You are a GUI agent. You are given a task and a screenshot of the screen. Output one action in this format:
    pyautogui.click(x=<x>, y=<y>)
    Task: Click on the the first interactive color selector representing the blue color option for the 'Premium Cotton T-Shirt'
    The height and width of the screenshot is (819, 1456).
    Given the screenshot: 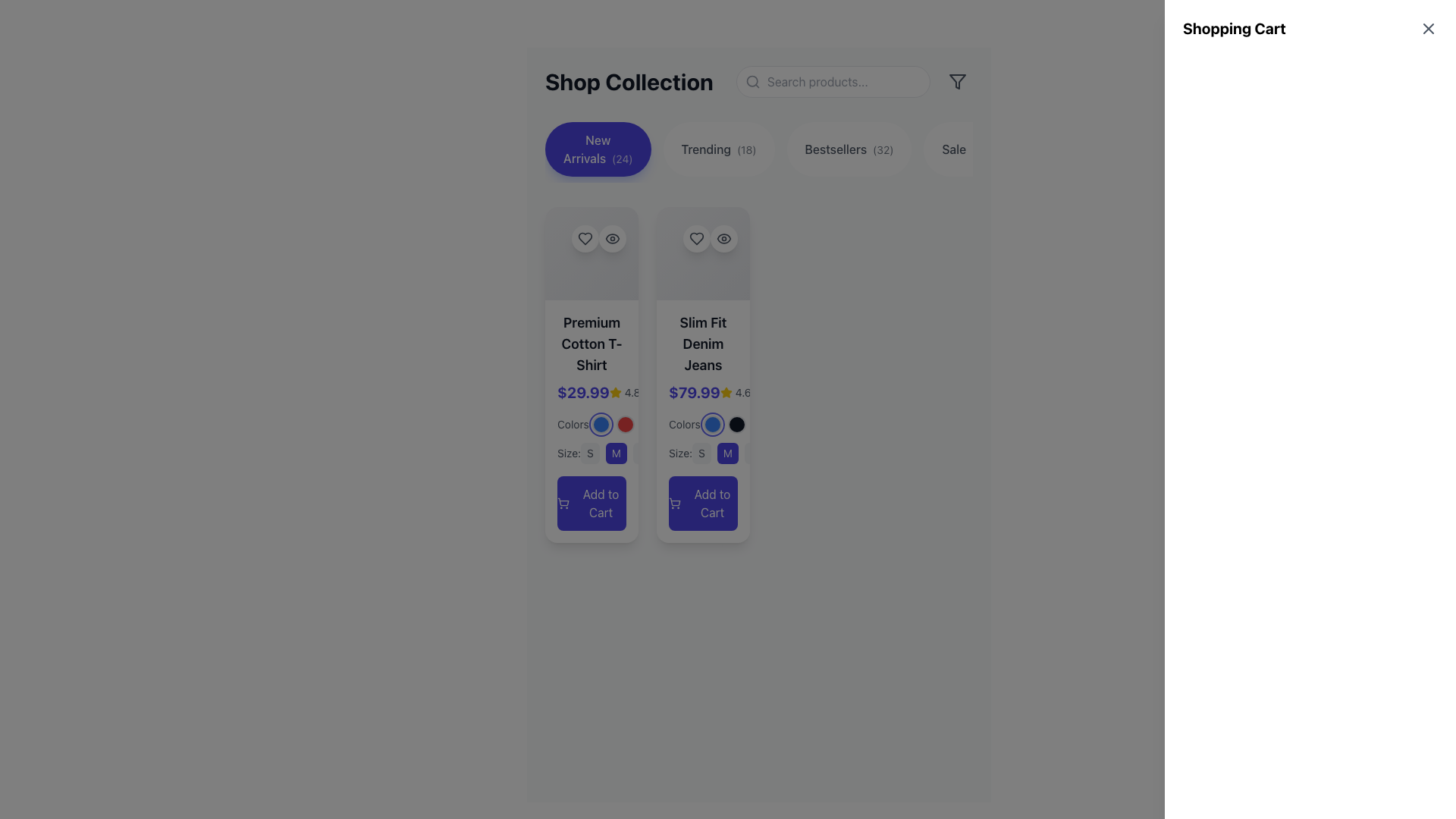 What is the action you would take?
    pyautogui.click(x=591, y=424)
    